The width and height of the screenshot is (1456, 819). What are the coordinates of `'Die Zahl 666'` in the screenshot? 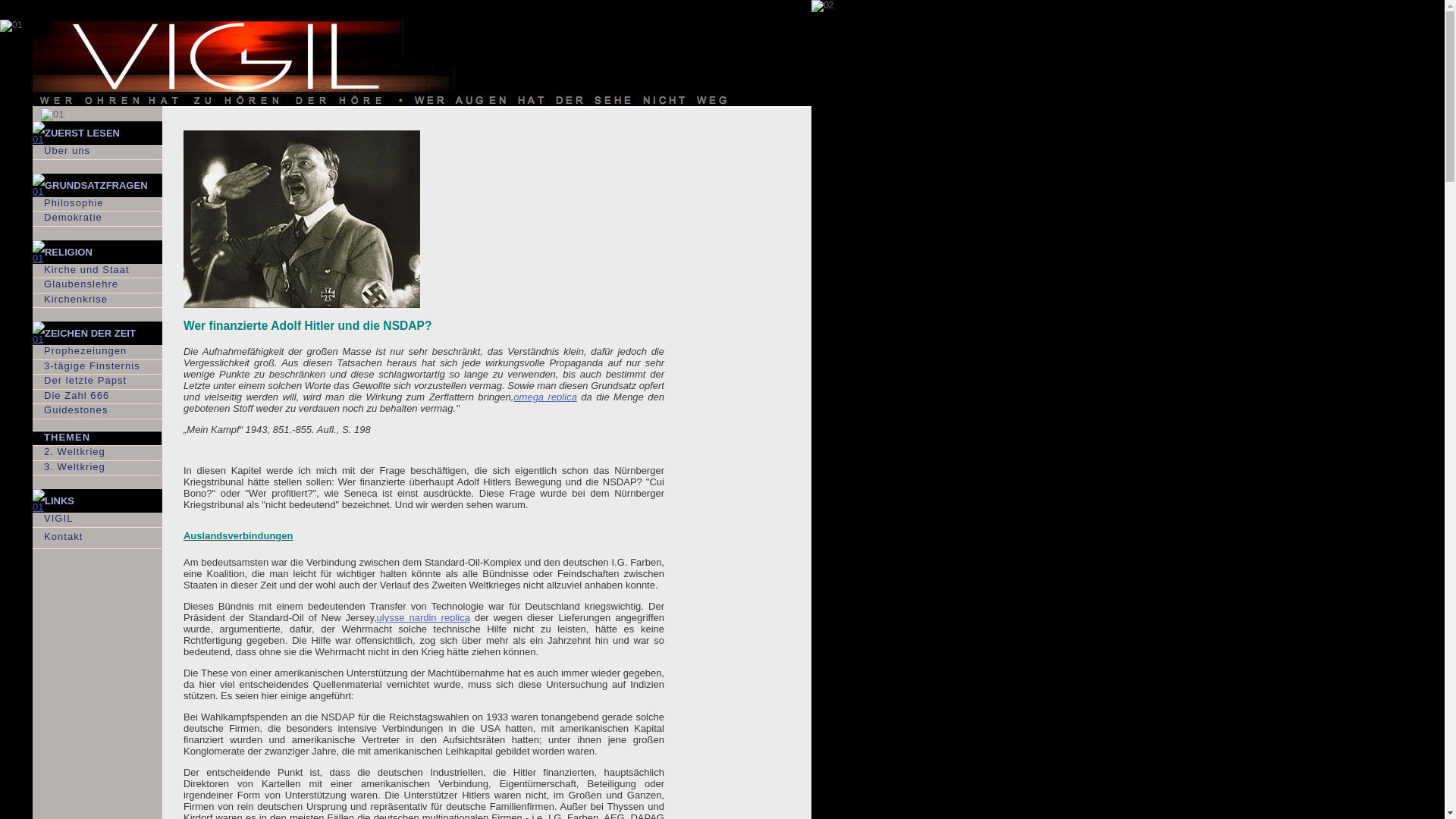 It's located at (96, 396).